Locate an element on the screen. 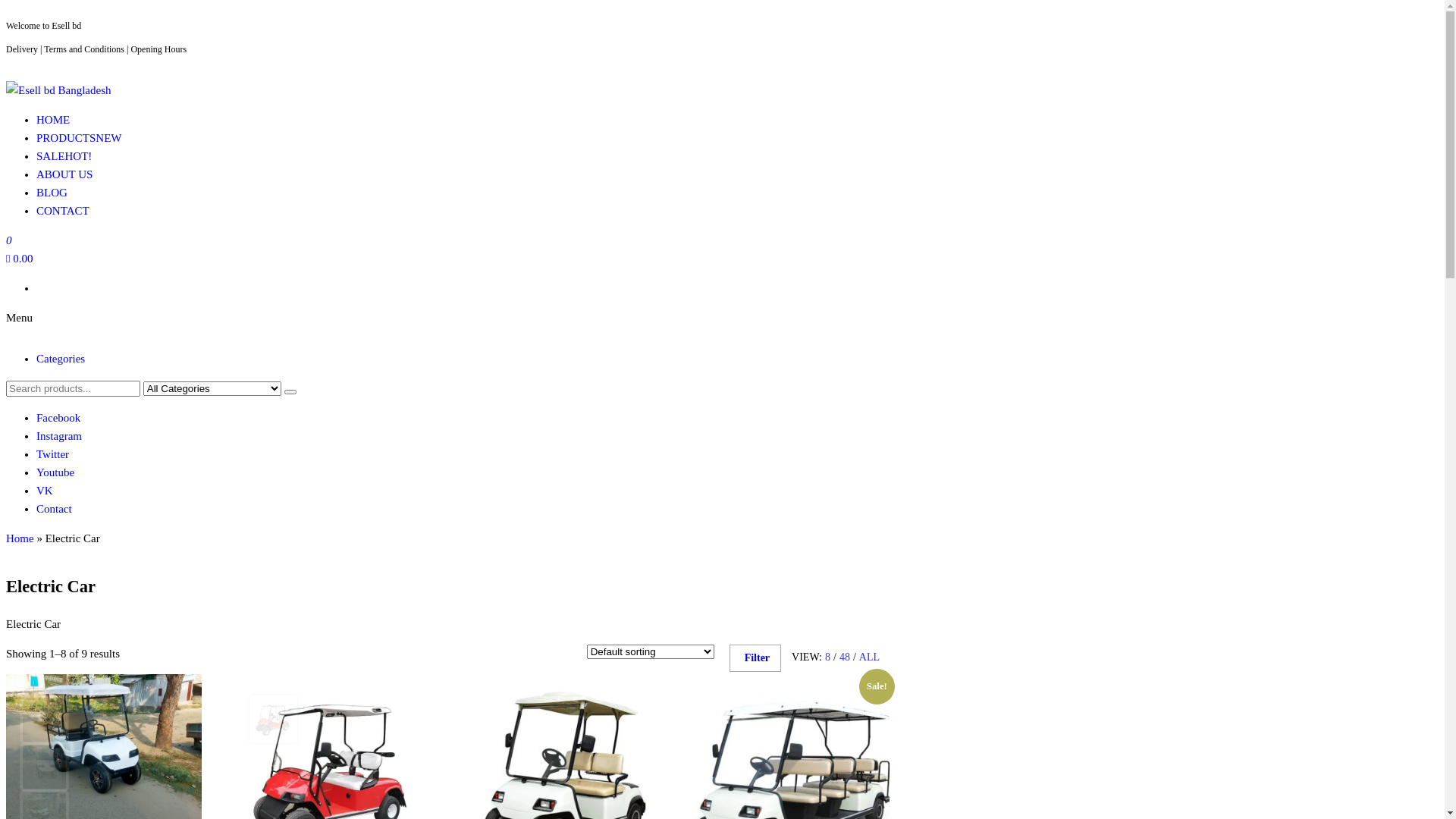 This screenshot has height=819, width=1456. 'Skip to the content' is located at coordinates (5, 5).